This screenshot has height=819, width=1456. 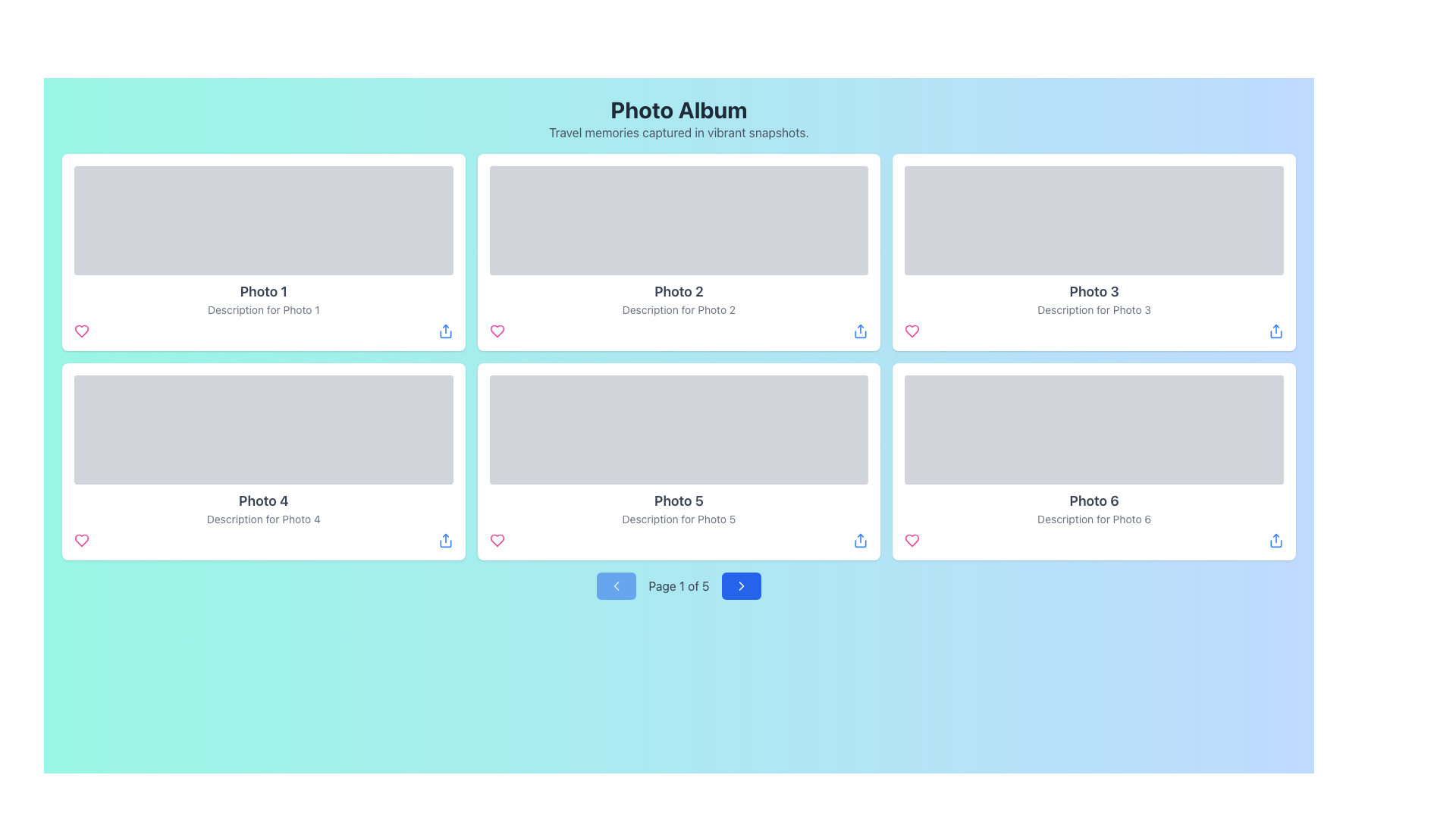 What do you see at coordinates (81, 330) in the screenshot?
I see `the heart icon with a pink outline located at the bottom-left corner of the photo card for 'Photo 4'` at bounding box center [81, 330].